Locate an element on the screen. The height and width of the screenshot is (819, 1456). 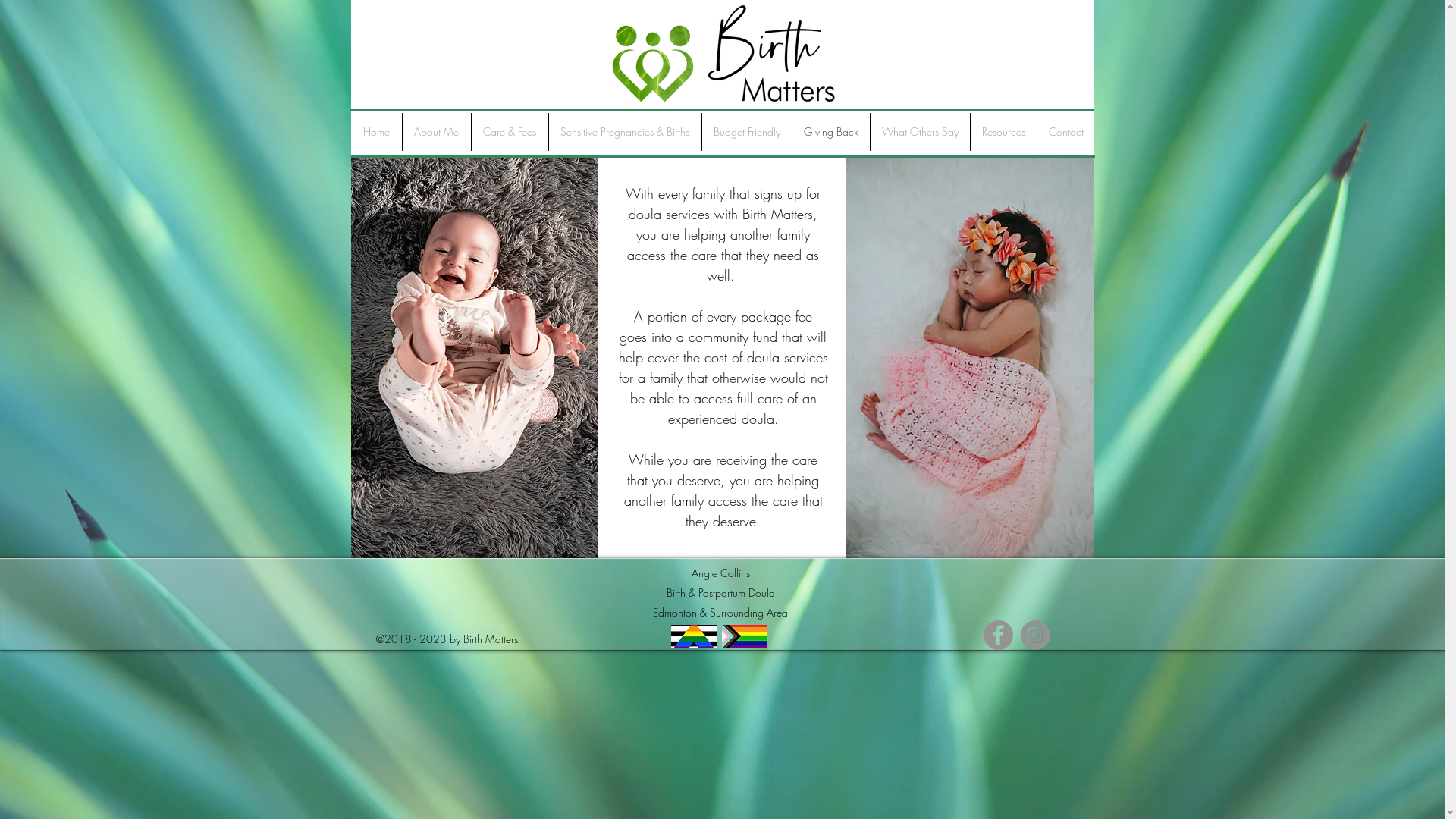
'Care & Fees' is located at coordinates (510, 130).